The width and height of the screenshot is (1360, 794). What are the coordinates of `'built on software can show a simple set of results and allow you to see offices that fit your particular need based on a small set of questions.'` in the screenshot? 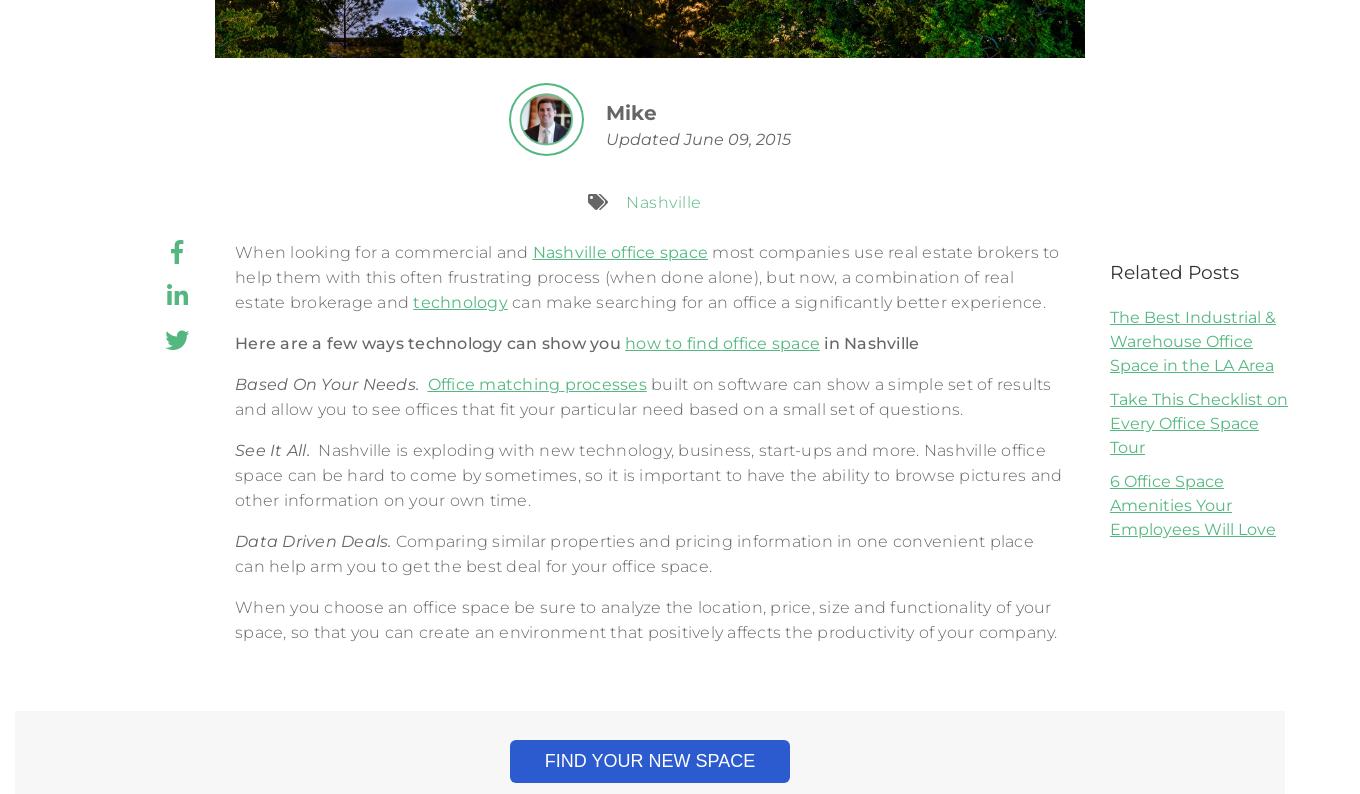 It's located at (642, 397).